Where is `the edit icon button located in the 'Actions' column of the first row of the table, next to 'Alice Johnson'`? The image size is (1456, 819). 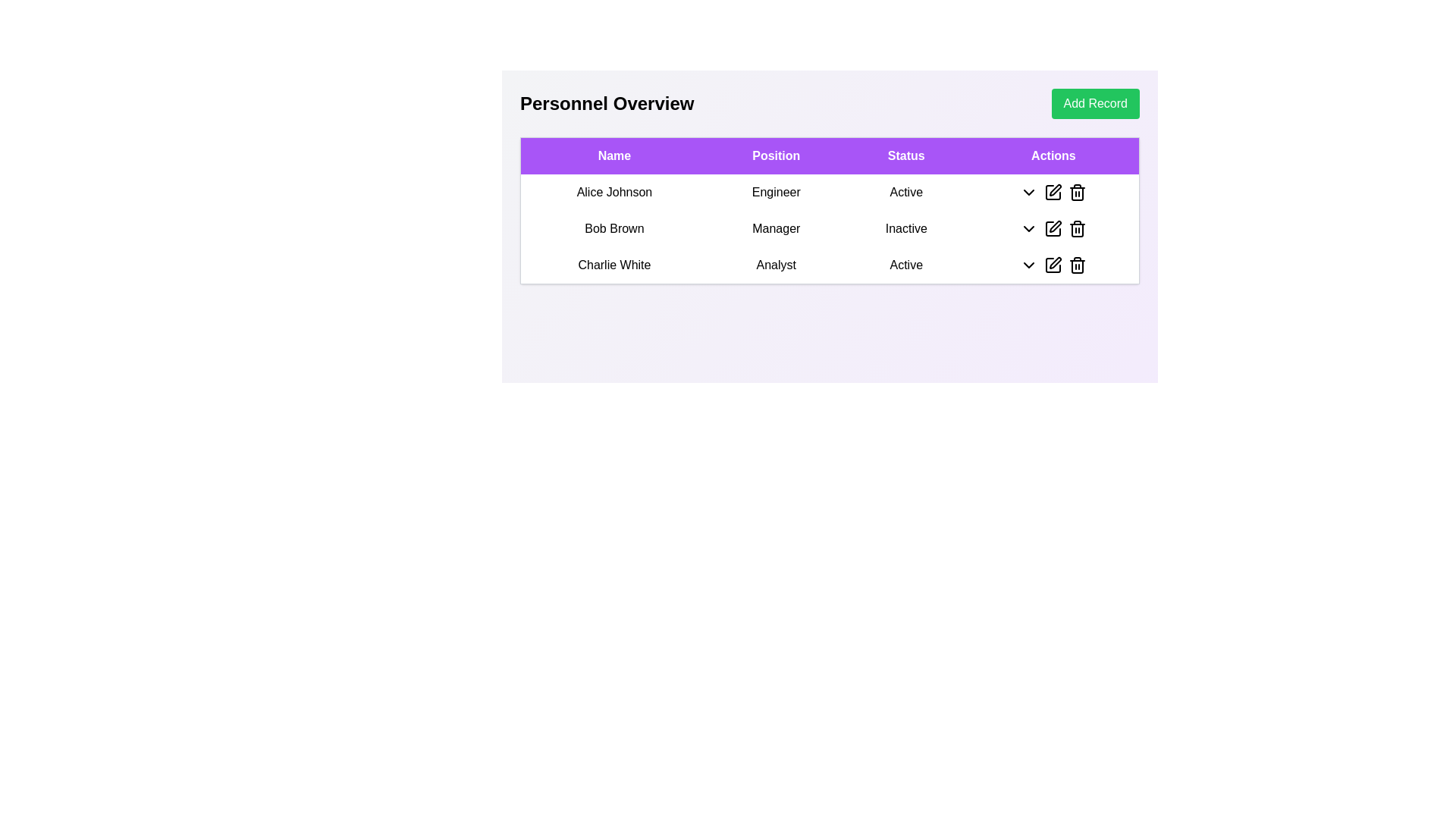
the edit icon button located in the 'Actions' column of the first row of the table, next to 'Alice Johnson' is located at coordinates (1055, 189).